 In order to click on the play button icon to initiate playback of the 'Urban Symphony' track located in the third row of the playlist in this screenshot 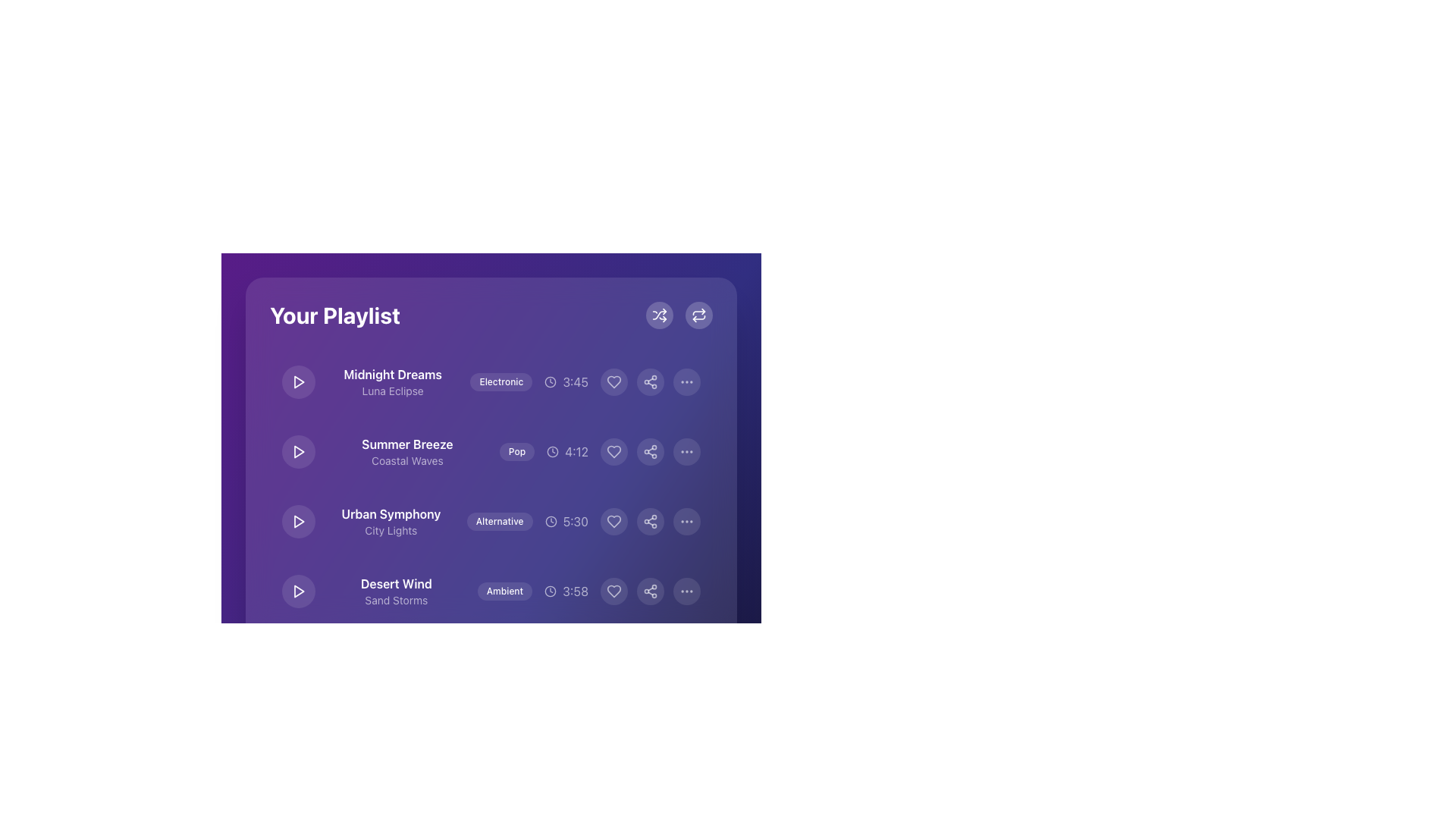, I will do `click(299, 520)`.